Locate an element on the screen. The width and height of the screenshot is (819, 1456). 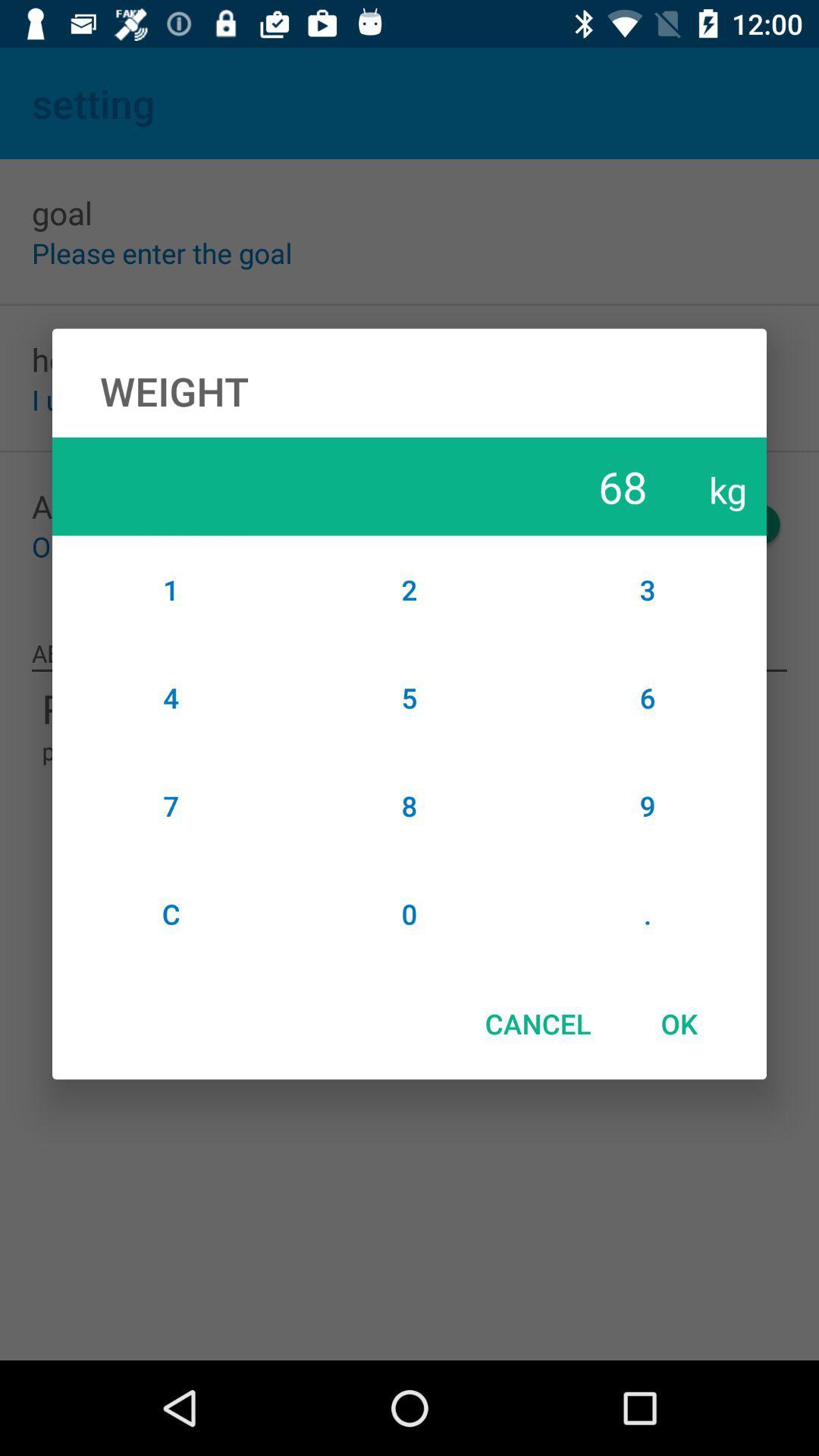
the item next to 2 item is located at coordinates (648, 697).